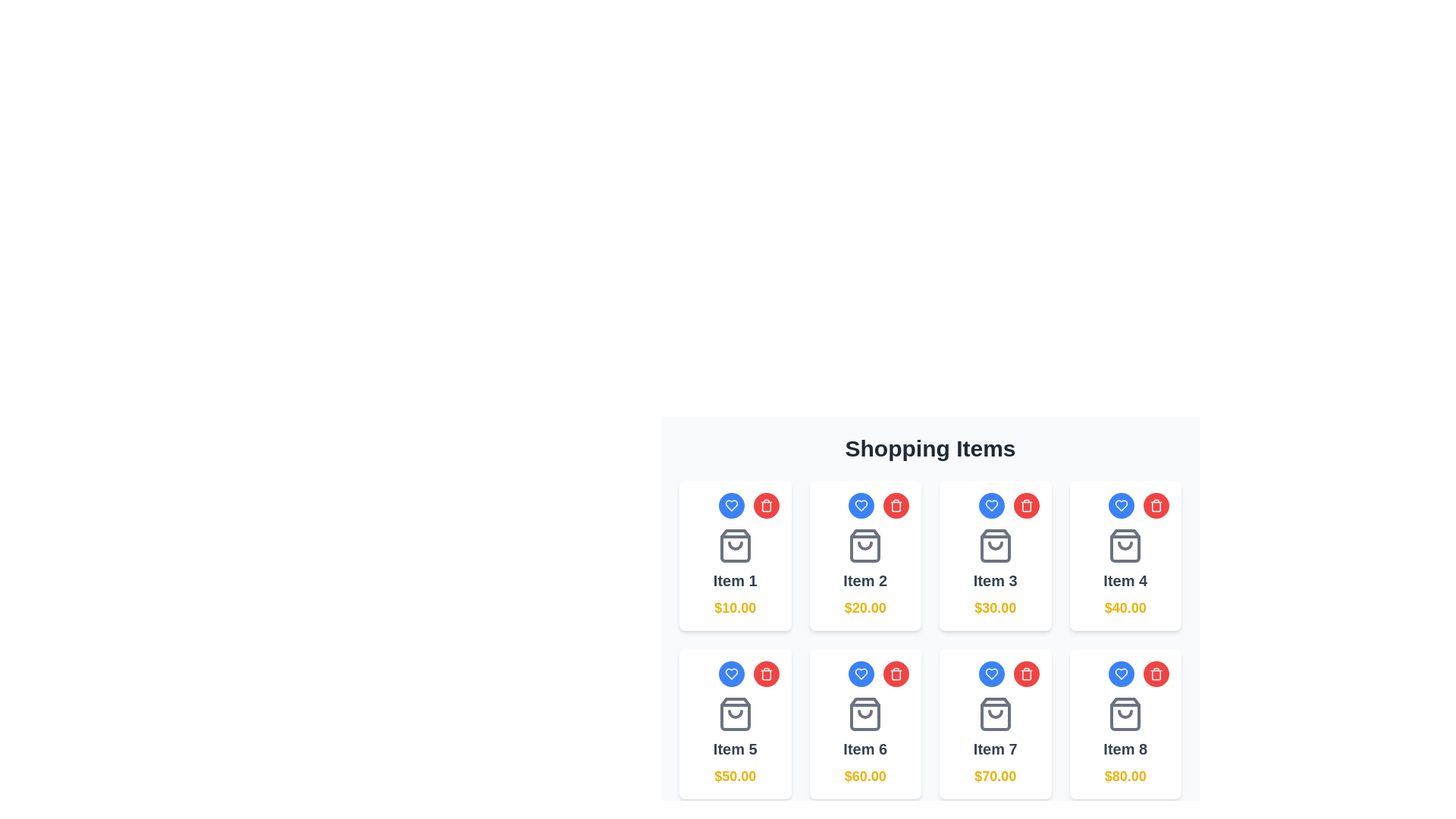 This screenshot has height=819, width=1456. I want to click on the text block displaying 'Item 6' with the price '$60.00' in bold yellow, located in the second row, third column of the shopping items grid, so click(865, 741).